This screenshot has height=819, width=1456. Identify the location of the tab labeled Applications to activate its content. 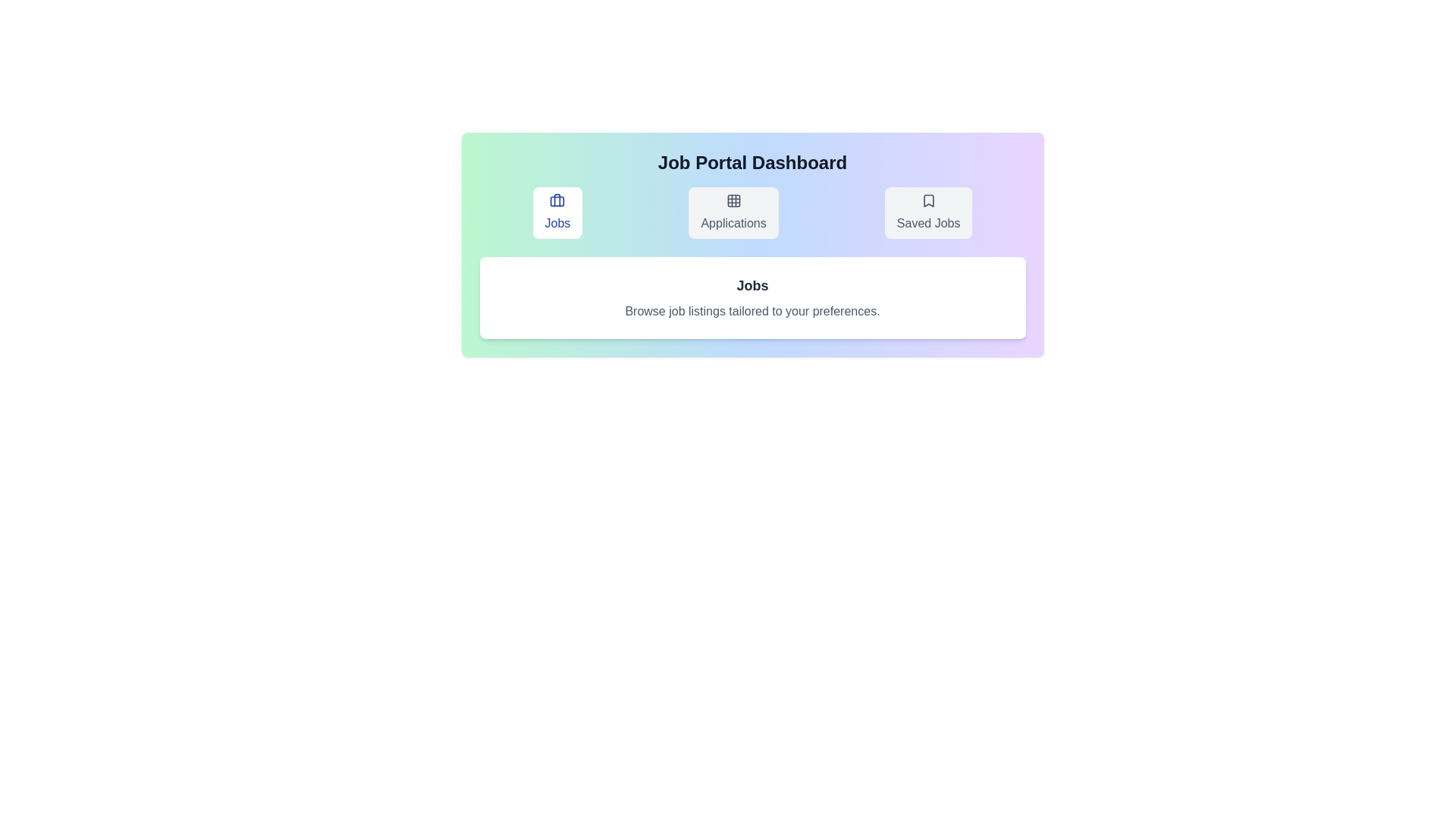
(733, 213).